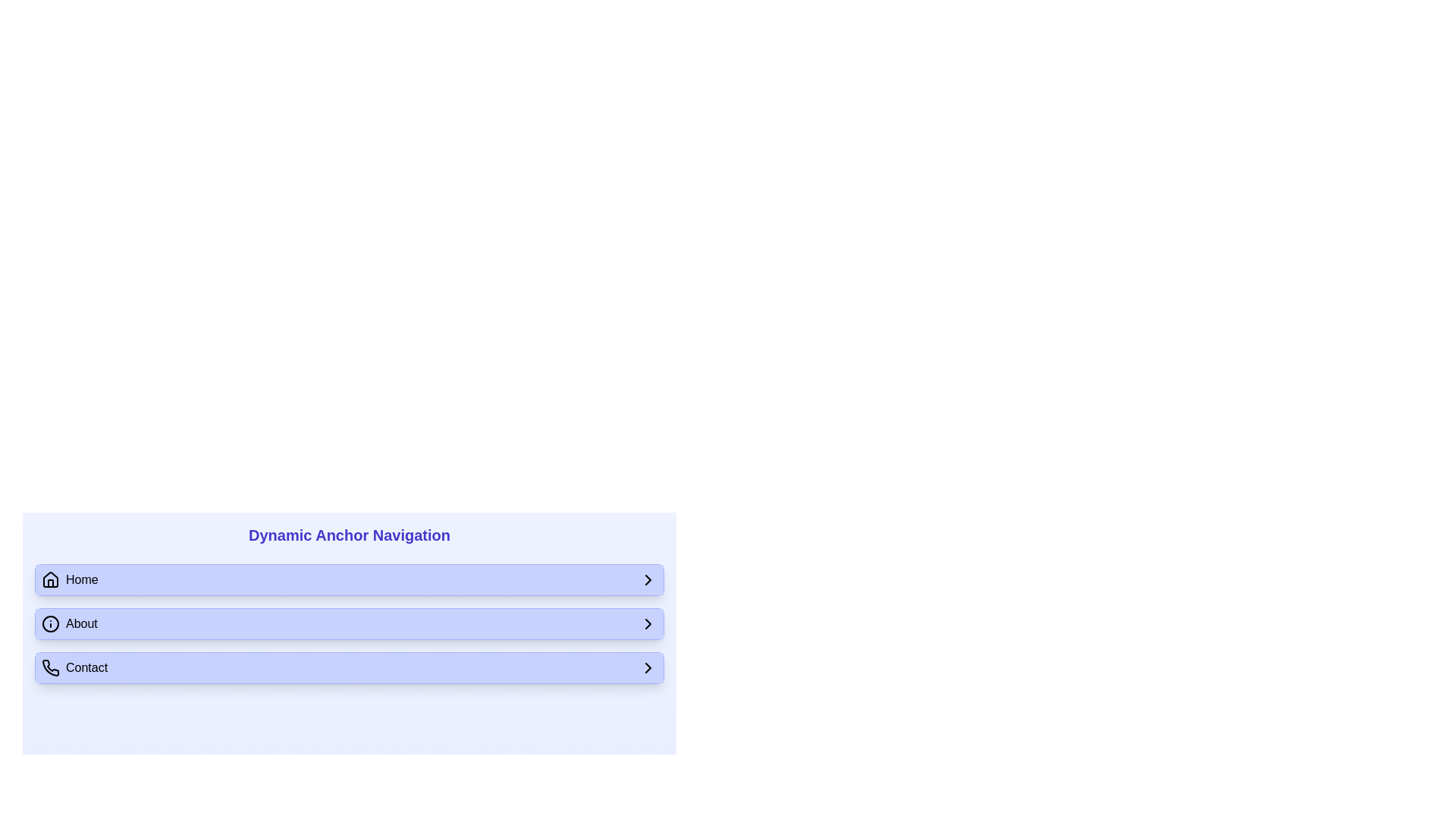 The width and height of the screenshot is (1456, 819). Describe the element at coordinates (51, 623) in the screenshot. I see `the information icon located in the second row of the navigation bar, to the left of the 'About' text` at that location.